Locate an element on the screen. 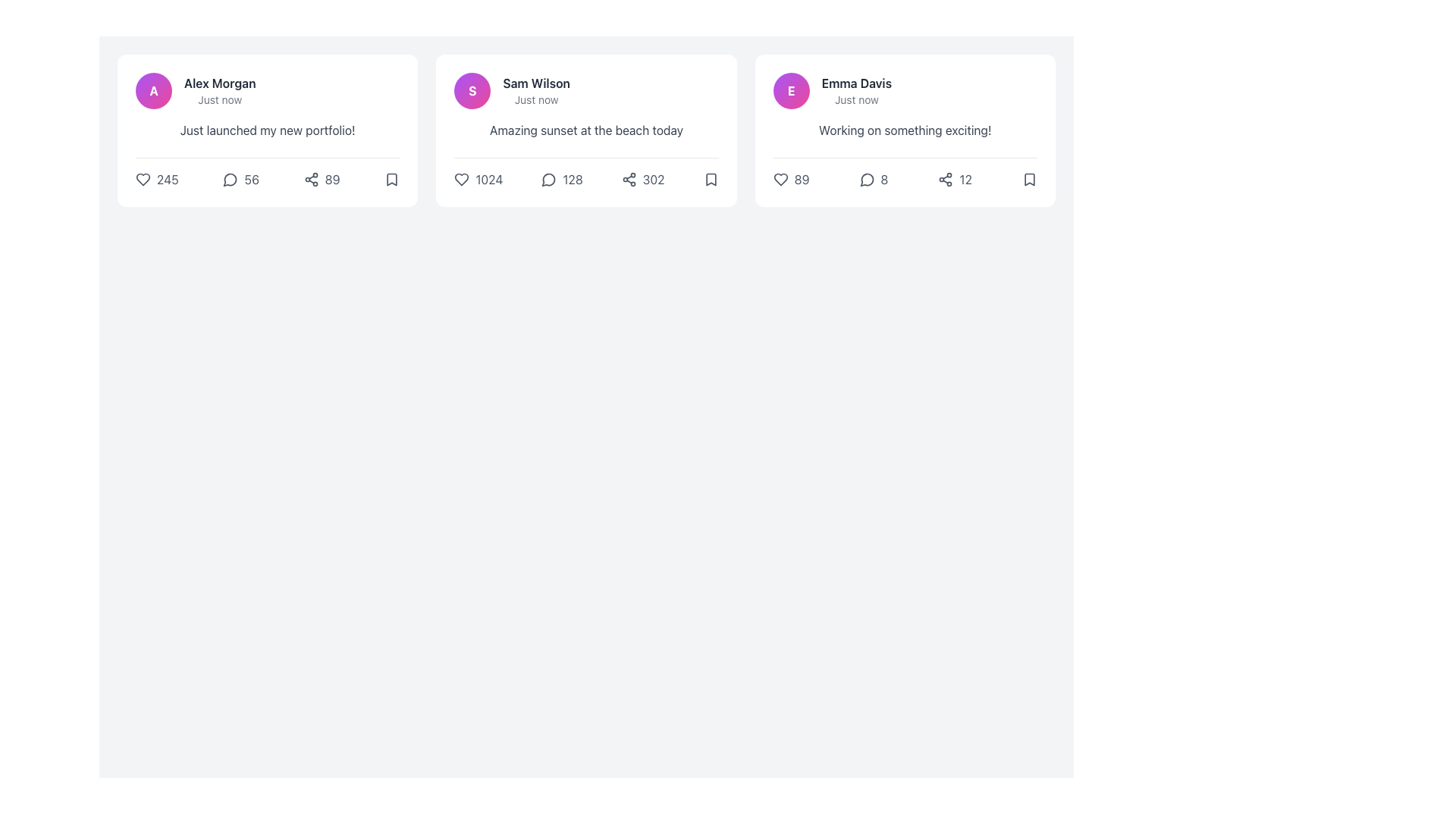  text from the label displaying 'Alex Morgan' in bold dark gray, located at the top-left corner of the first card is located at coordinates (219, 83).